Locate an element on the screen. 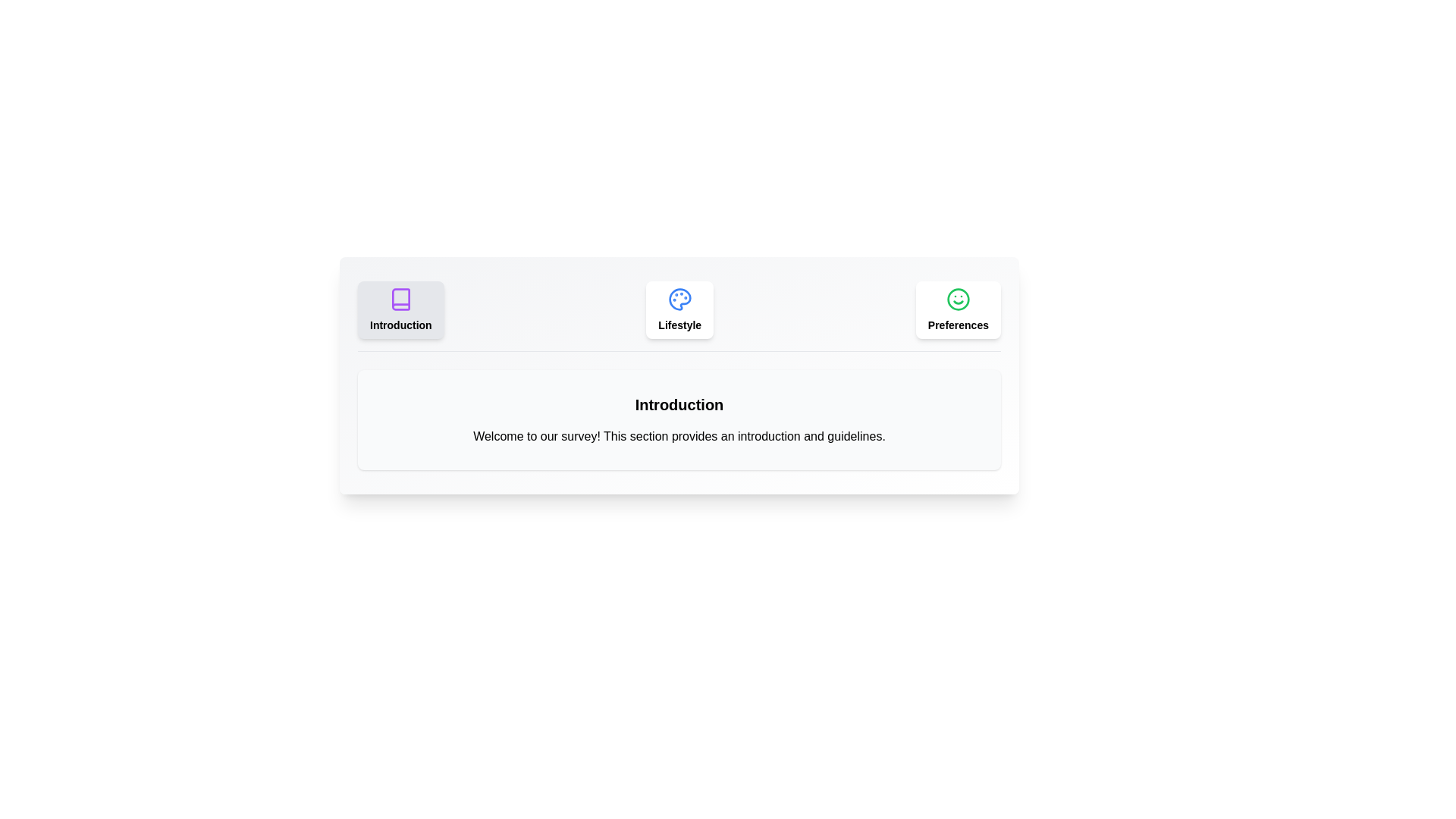 The image size is (1456, 819). the section button corresponding to Lifestyle to navigate to the respective survey section is located at coordinates (679, 309).